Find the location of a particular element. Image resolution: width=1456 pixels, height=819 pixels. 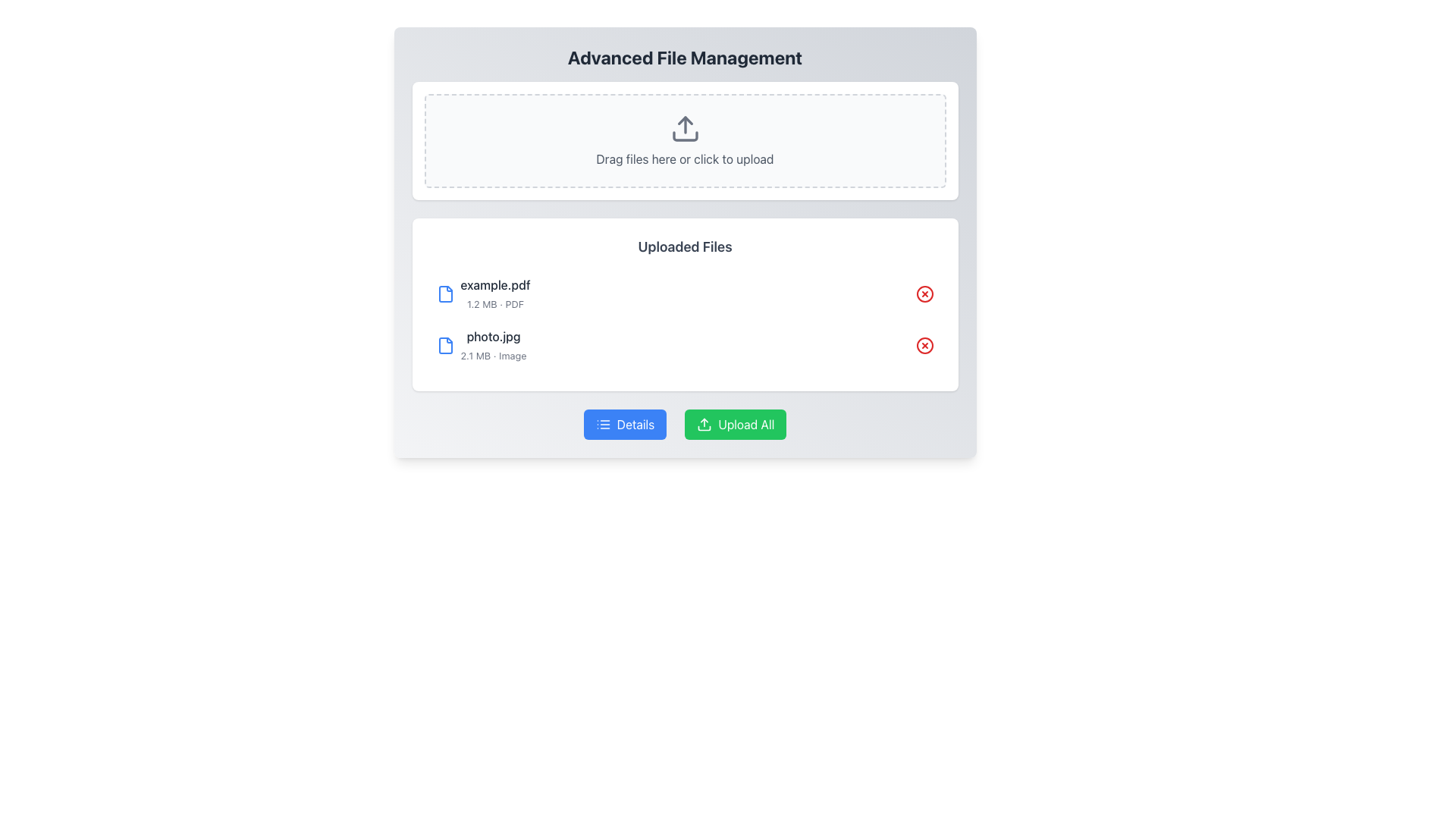

the file display item for 'example.pdf' is located at coordinates (482, 294).